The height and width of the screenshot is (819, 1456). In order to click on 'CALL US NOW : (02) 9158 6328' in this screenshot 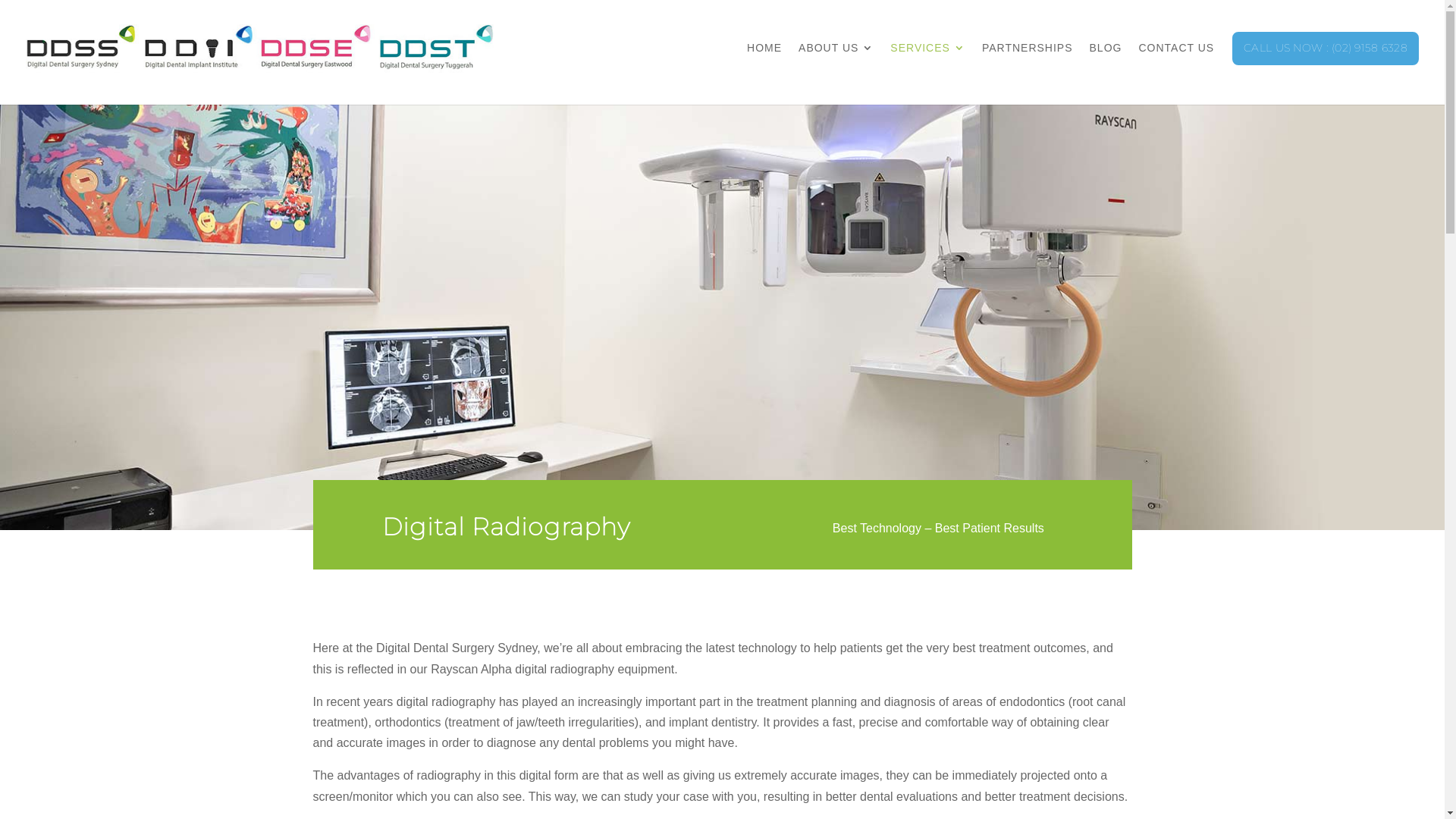, I will do `click(1324, 63)`.